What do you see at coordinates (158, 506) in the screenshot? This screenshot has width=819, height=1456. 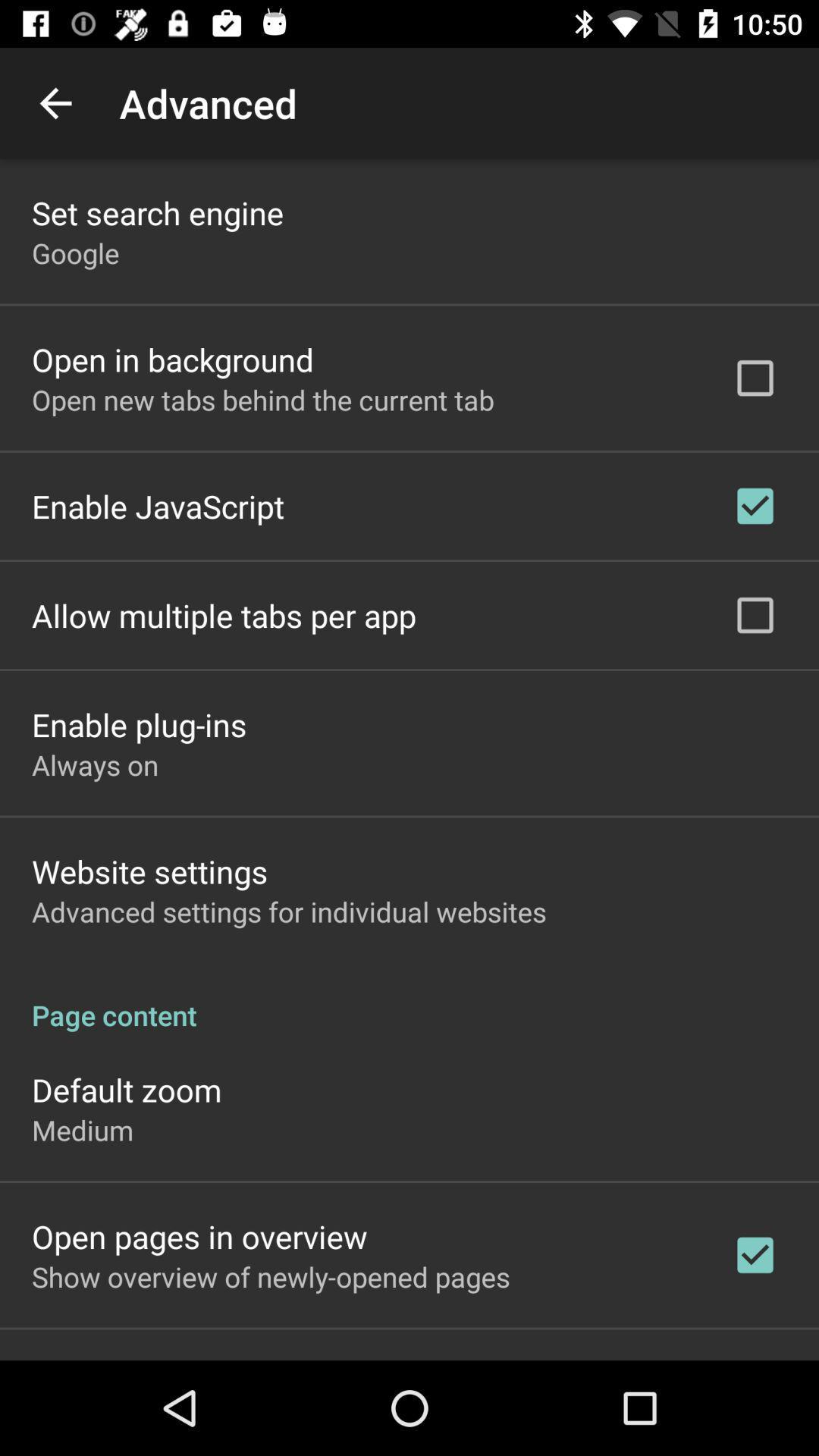 I see `the enable javascript item` at bounding box center [158, 506].